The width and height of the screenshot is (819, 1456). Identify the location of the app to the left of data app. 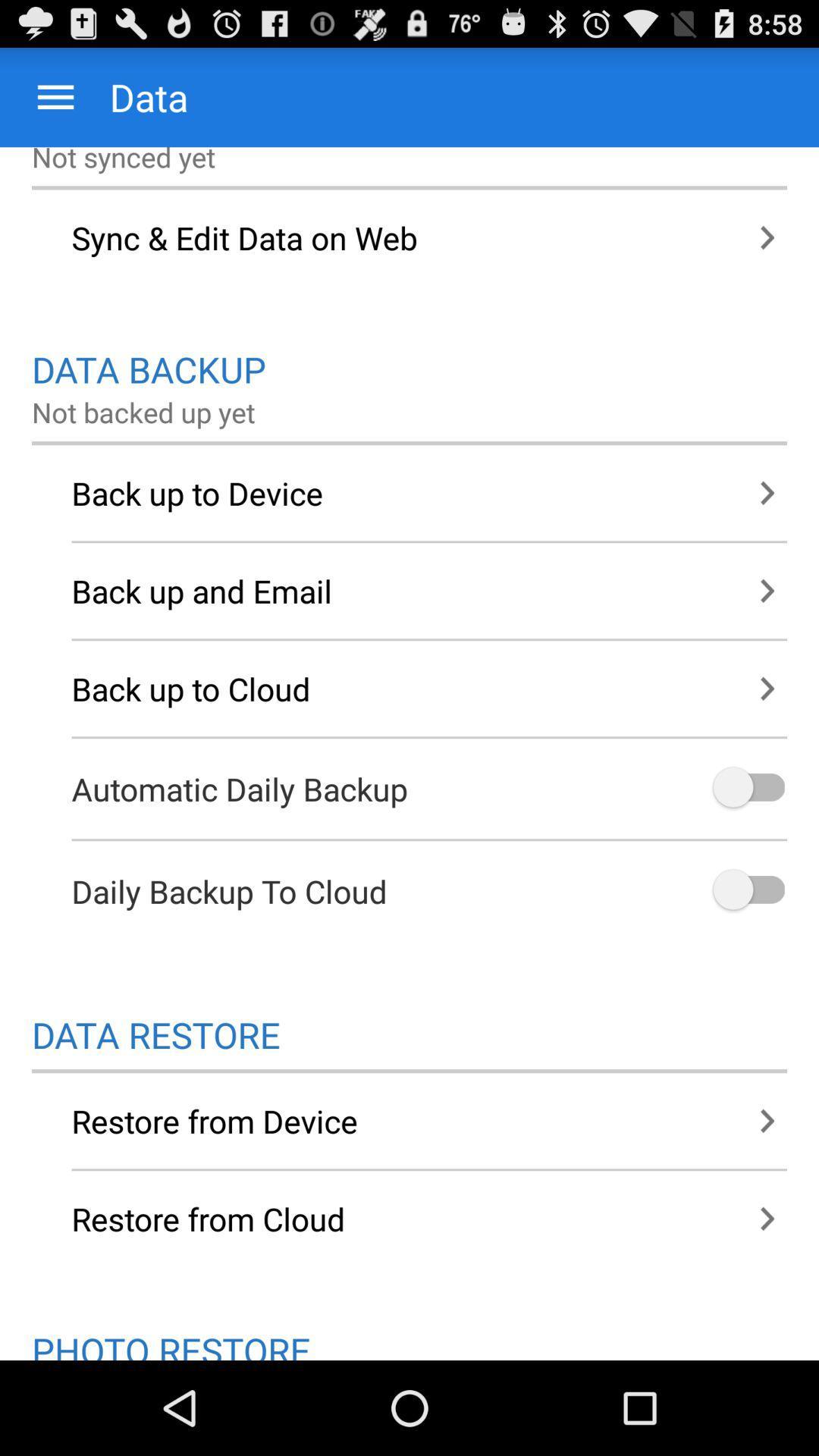
(55, 96).